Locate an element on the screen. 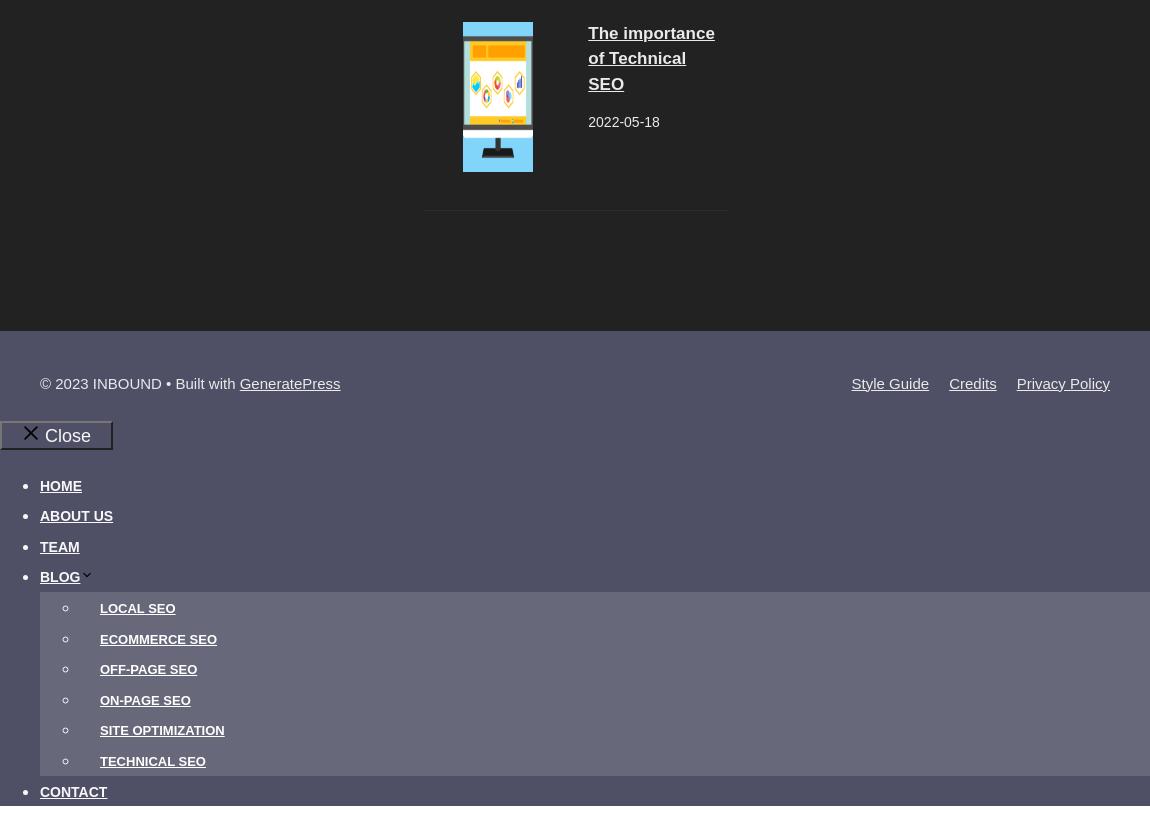  'Local SEO' is located at coordinates (136, 607).